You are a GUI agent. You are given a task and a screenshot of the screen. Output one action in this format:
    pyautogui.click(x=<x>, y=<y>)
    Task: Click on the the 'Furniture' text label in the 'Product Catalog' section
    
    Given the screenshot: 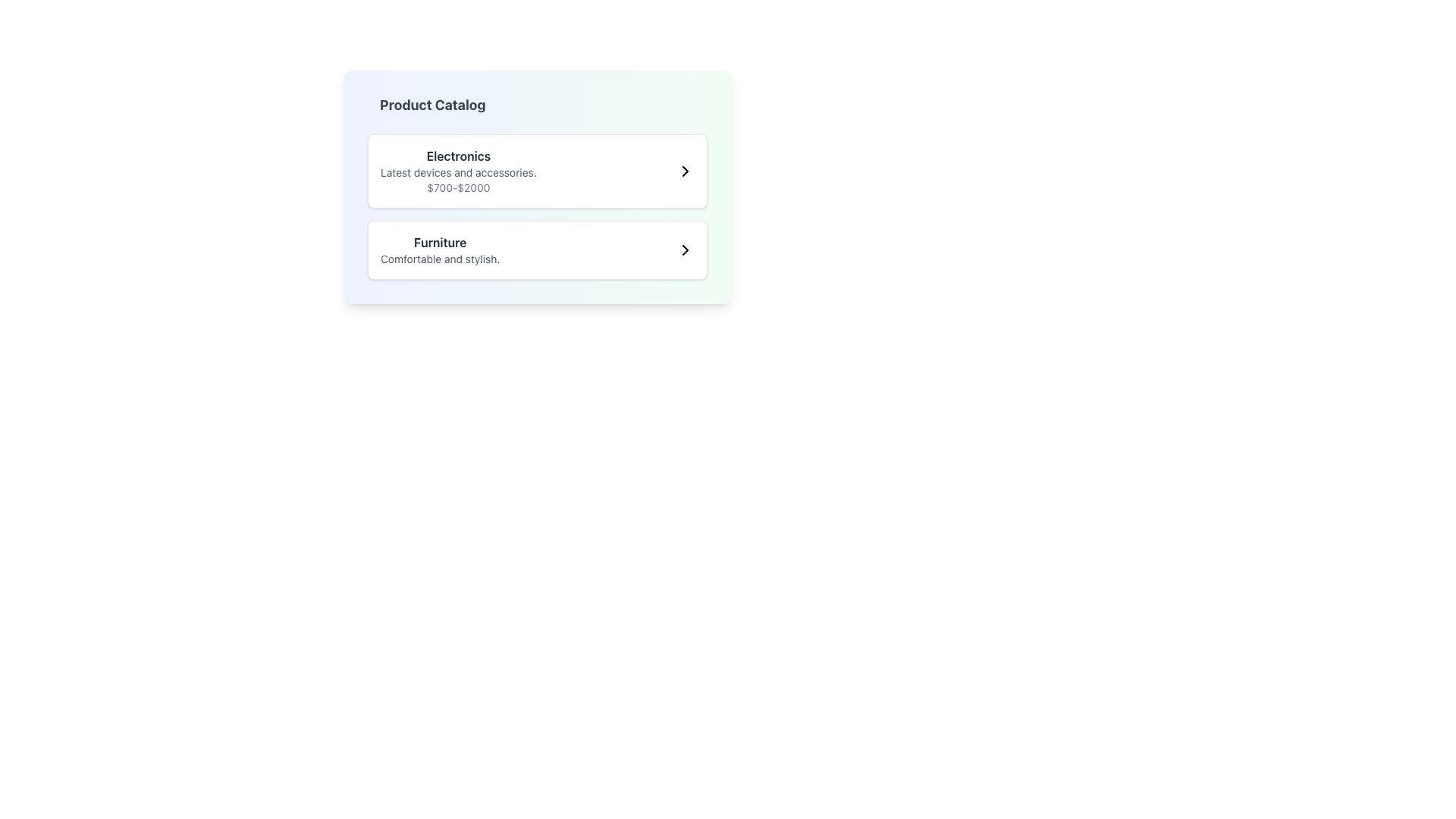 What is the action you would take?
    pyautogui.click(x=439, y=249)
    